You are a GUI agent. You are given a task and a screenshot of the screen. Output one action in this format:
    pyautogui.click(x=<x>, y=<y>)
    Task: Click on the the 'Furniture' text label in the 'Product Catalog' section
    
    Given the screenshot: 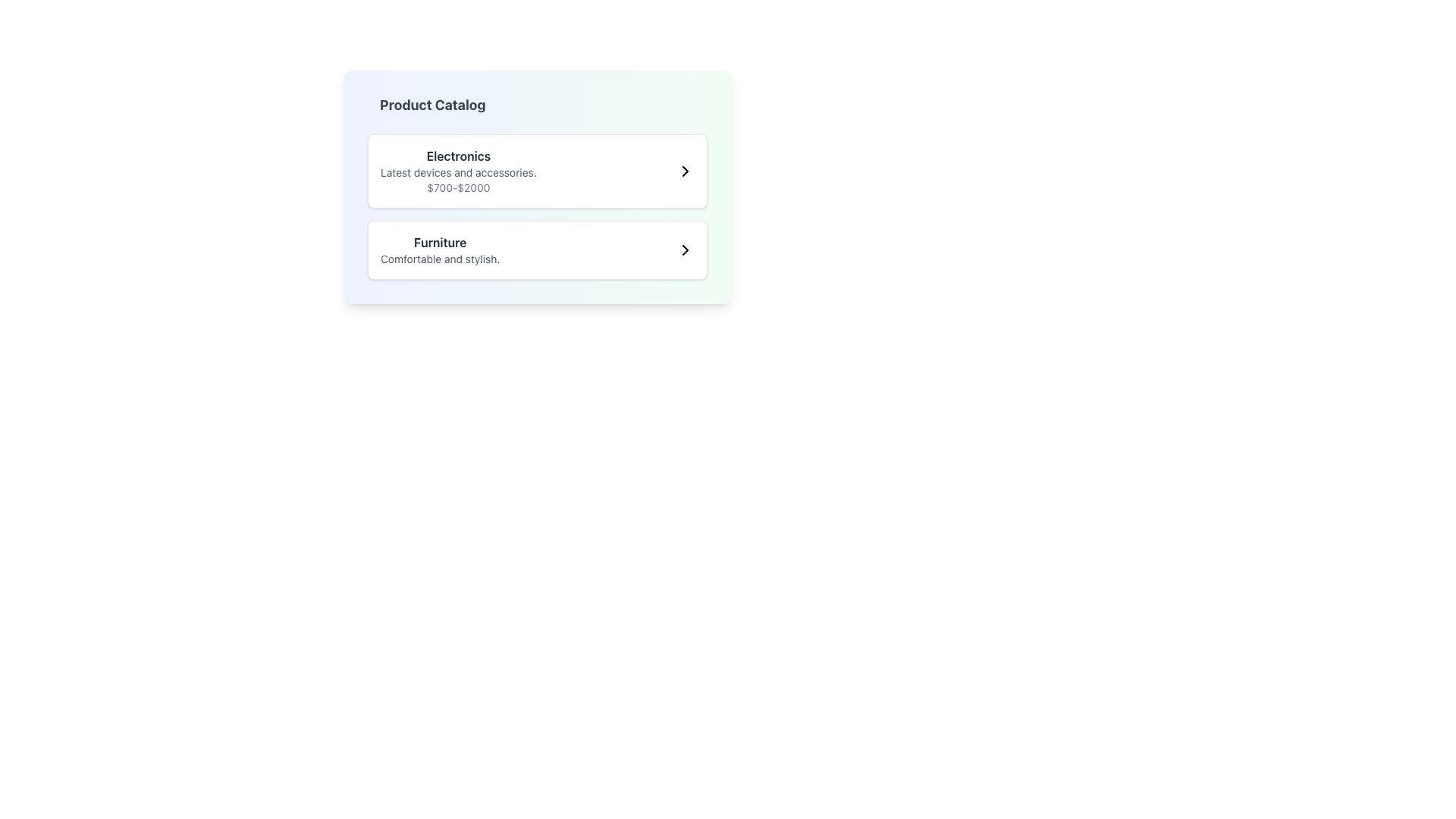 What is the action you would take?
    pyautogui.click(x=439, y=249)
    